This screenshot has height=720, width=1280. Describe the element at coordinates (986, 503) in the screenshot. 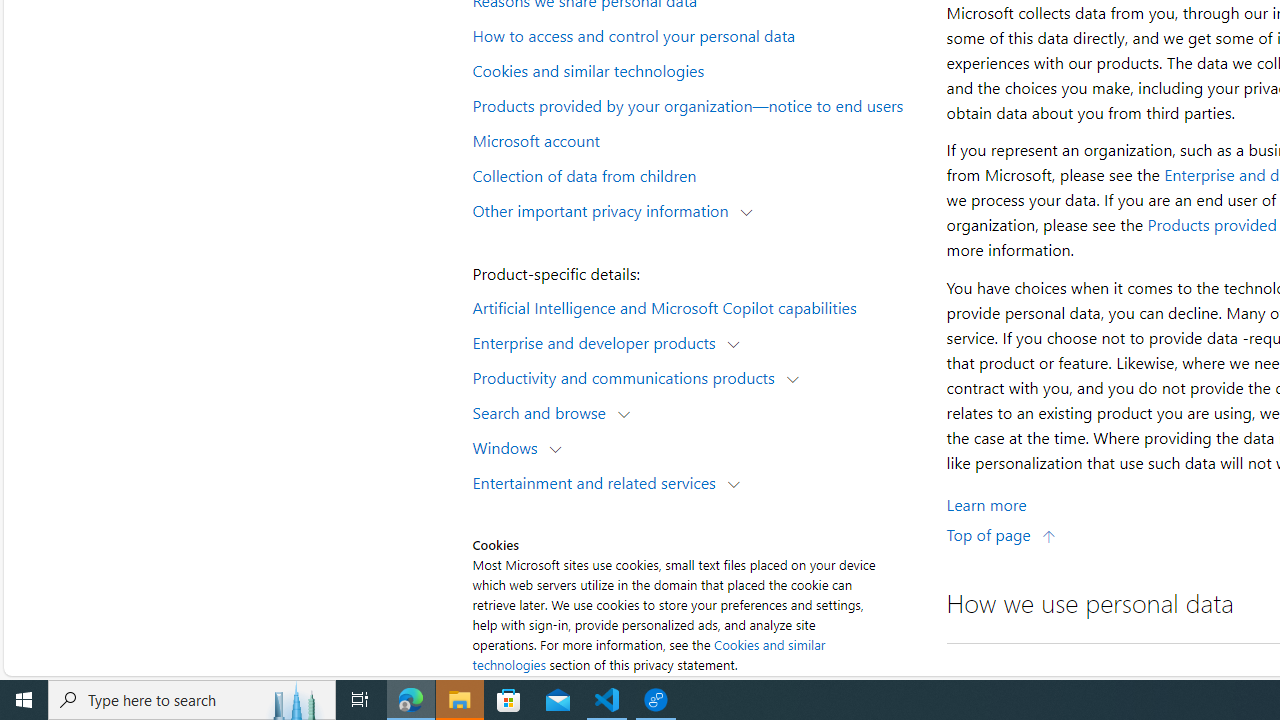

I see `'Learn More about Personal data we collect'` at that location.